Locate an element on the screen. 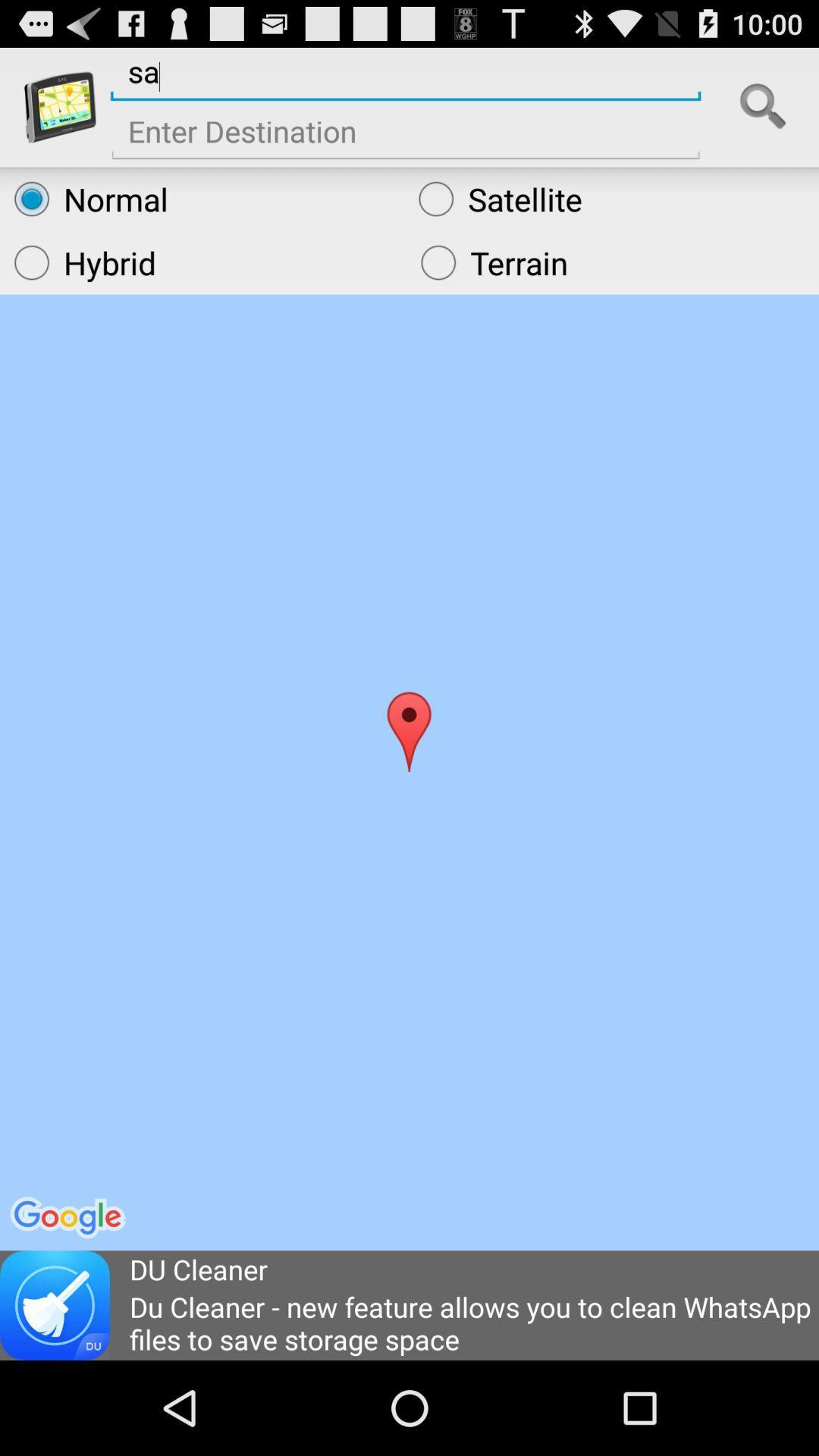 This screenshot has width=819, height=1456. destinaltion is located at coordinates (405, 137).